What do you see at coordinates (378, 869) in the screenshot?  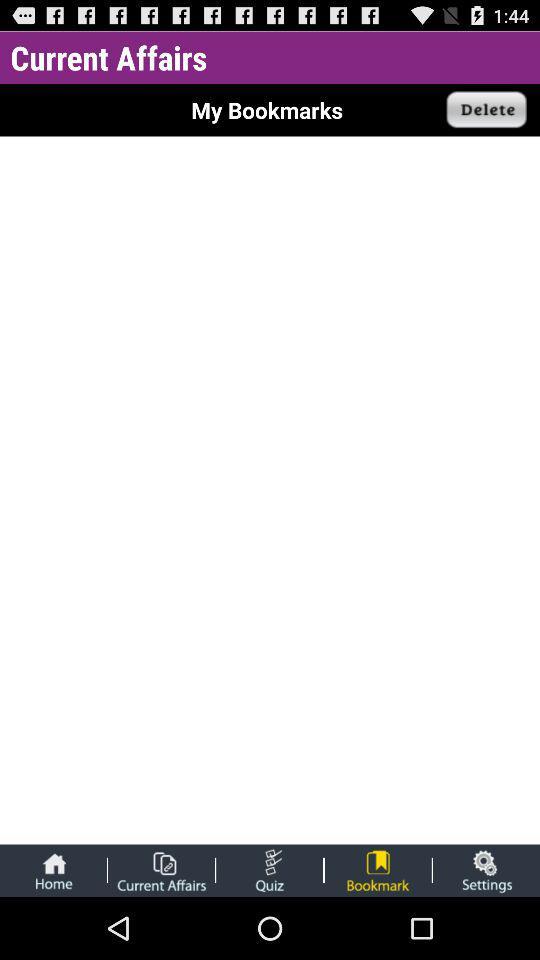 I see `bookmark option` at bounding box center [378, 869].